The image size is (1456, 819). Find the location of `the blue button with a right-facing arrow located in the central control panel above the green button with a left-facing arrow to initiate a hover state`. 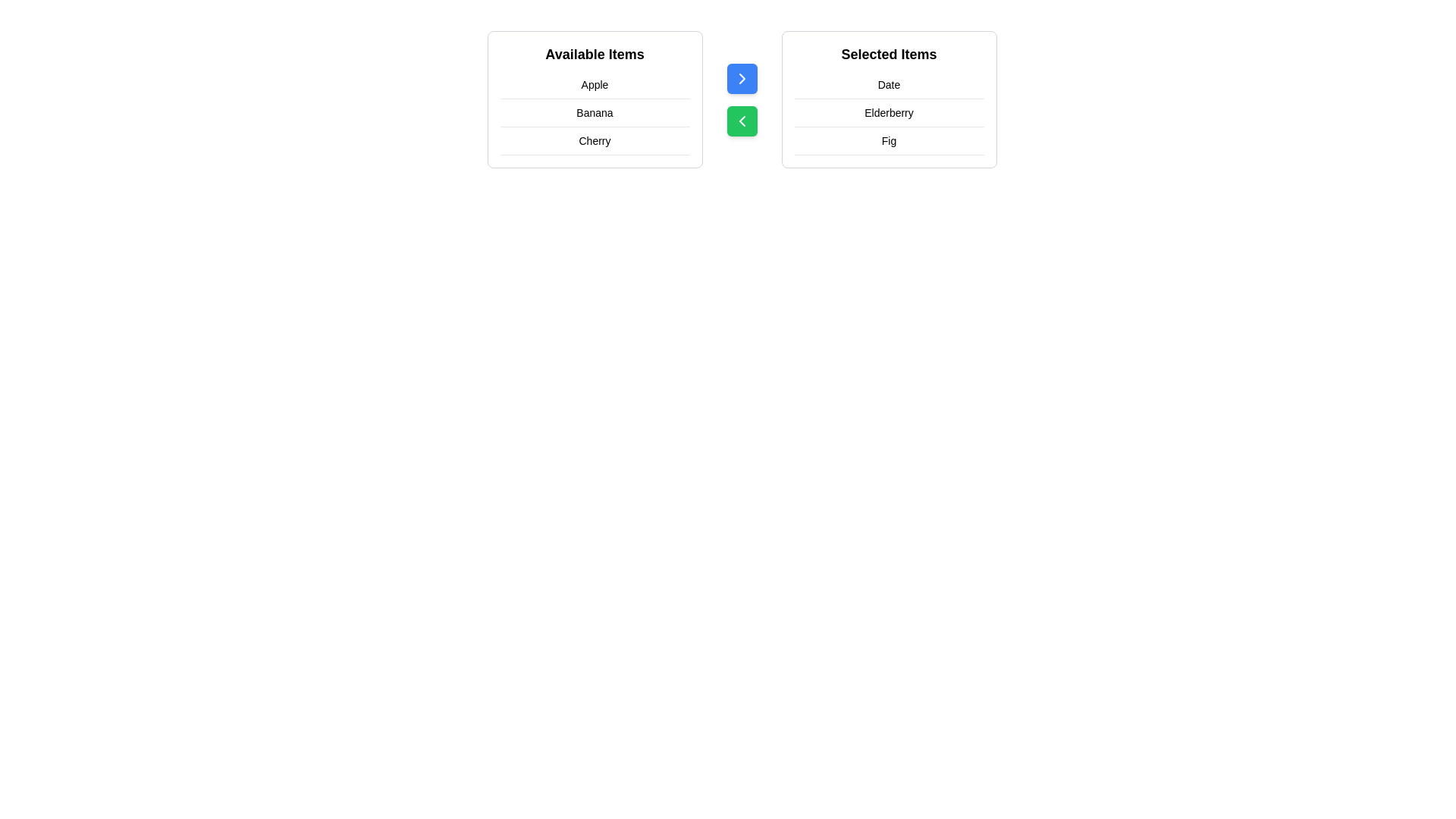

the blue button with a right-facing arrow located in the central control panel above the green button with a left-facing arrow to initiate a hover state is located at coordinates (742, 78).